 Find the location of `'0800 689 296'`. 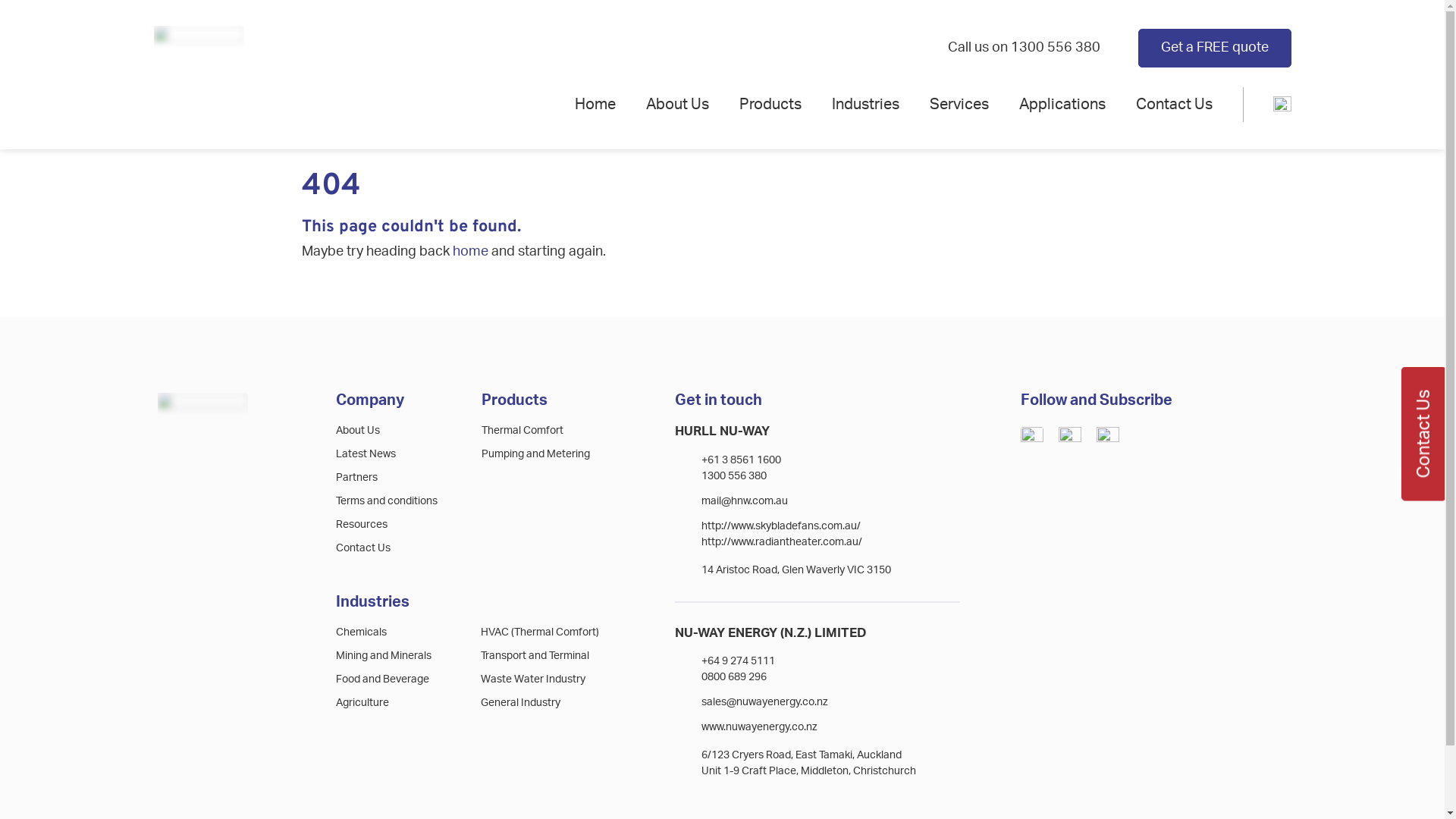

'0800 689 296' is located at coordinates (734, 676).